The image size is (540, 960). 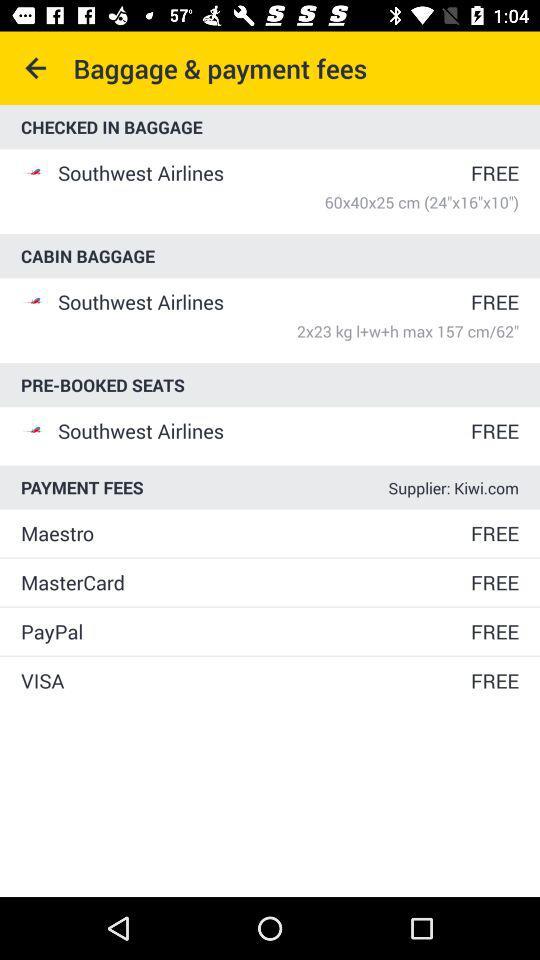 I want to click on the icon to the left of the free item, so click(x=244, y=630).